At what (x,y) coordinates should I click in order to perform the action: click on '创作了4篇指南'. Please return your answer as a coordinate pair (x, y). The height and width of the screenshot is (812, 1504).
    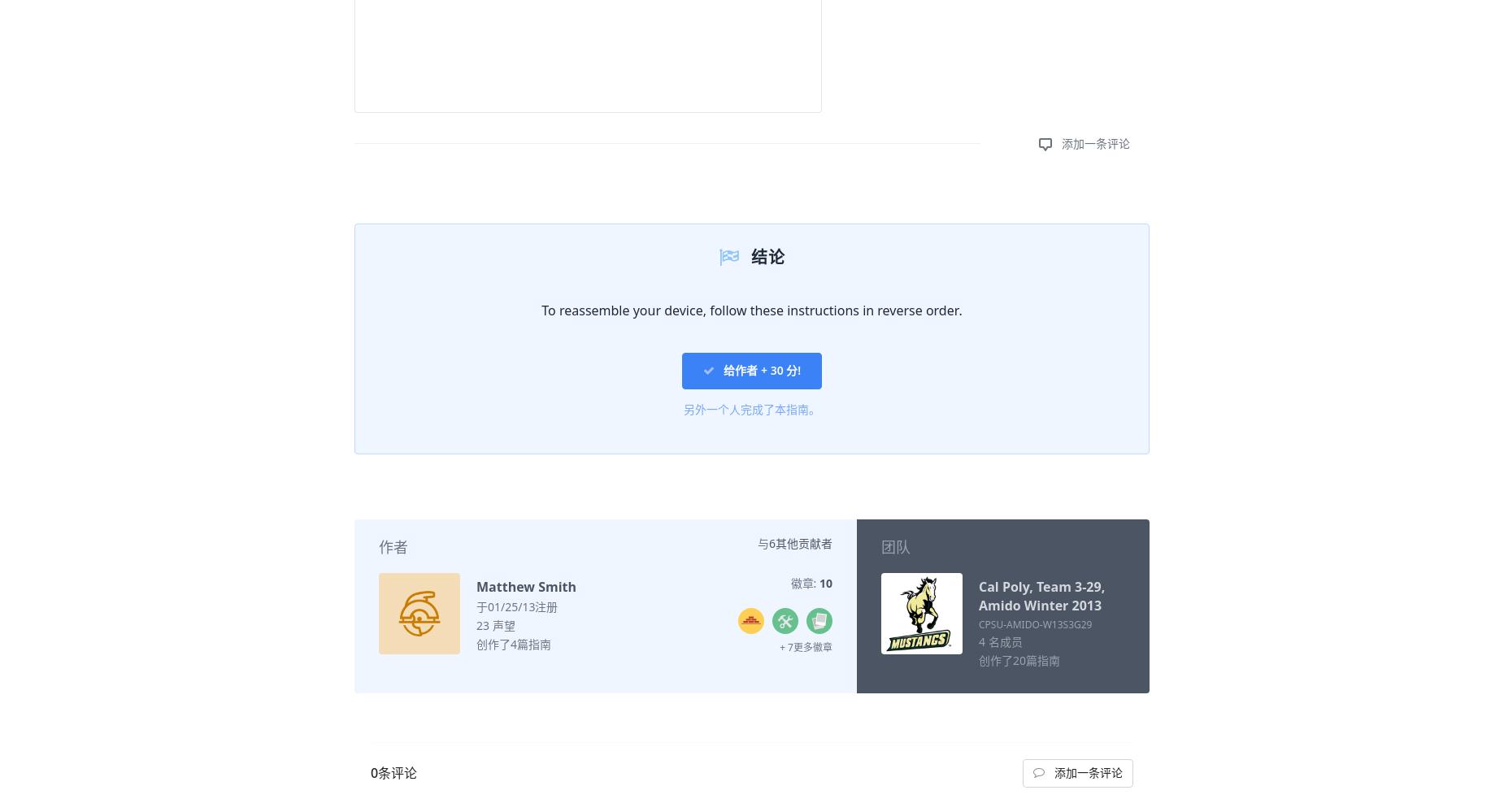
    Looking at the image, I should click on (513, 643).